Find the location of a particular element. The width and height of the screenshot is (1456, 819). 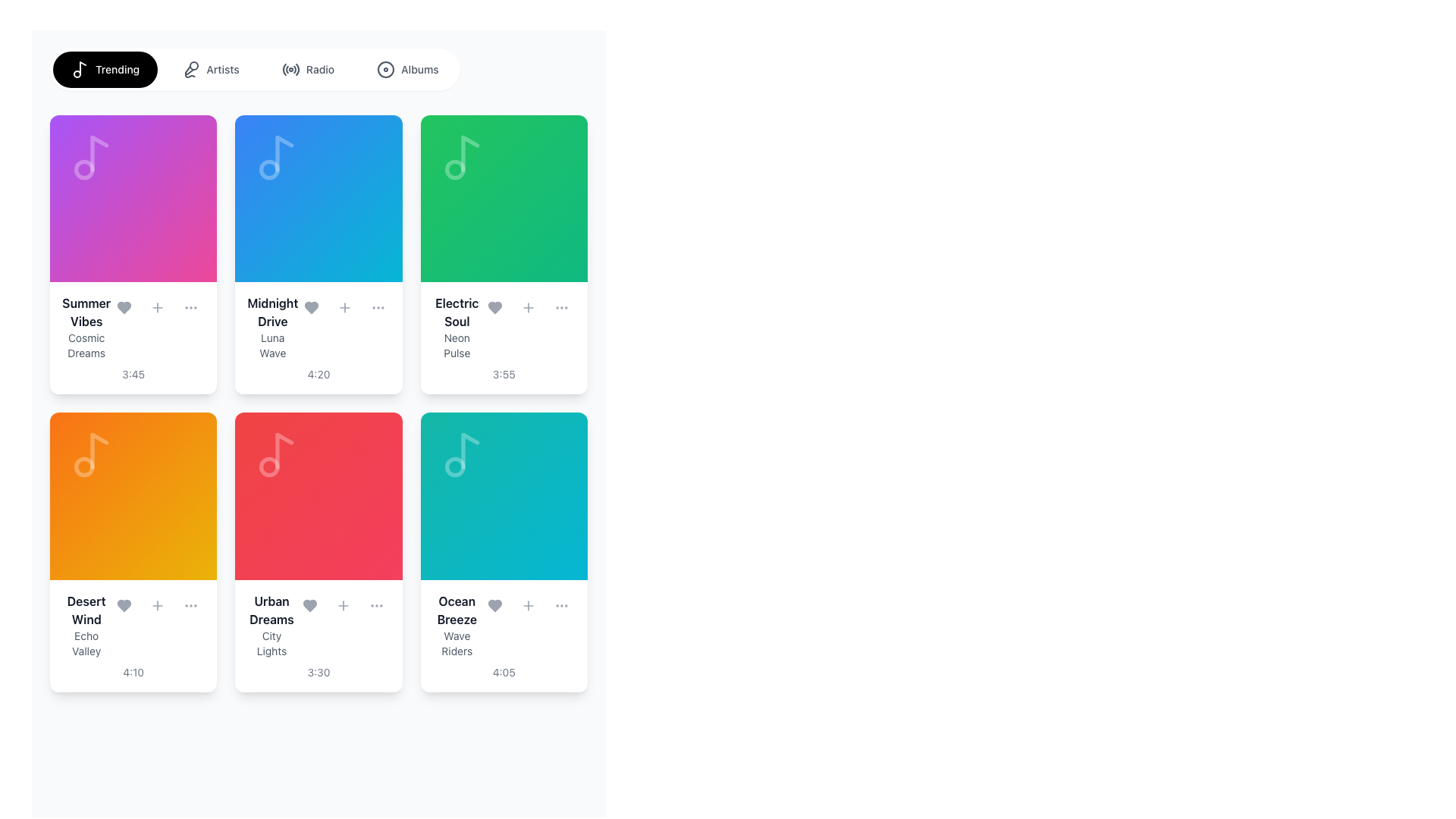

the circular '+' button located at the bottom-right corner of the 'Ocean Breeze' card in the grid layout is located at coordinates (528, 604).